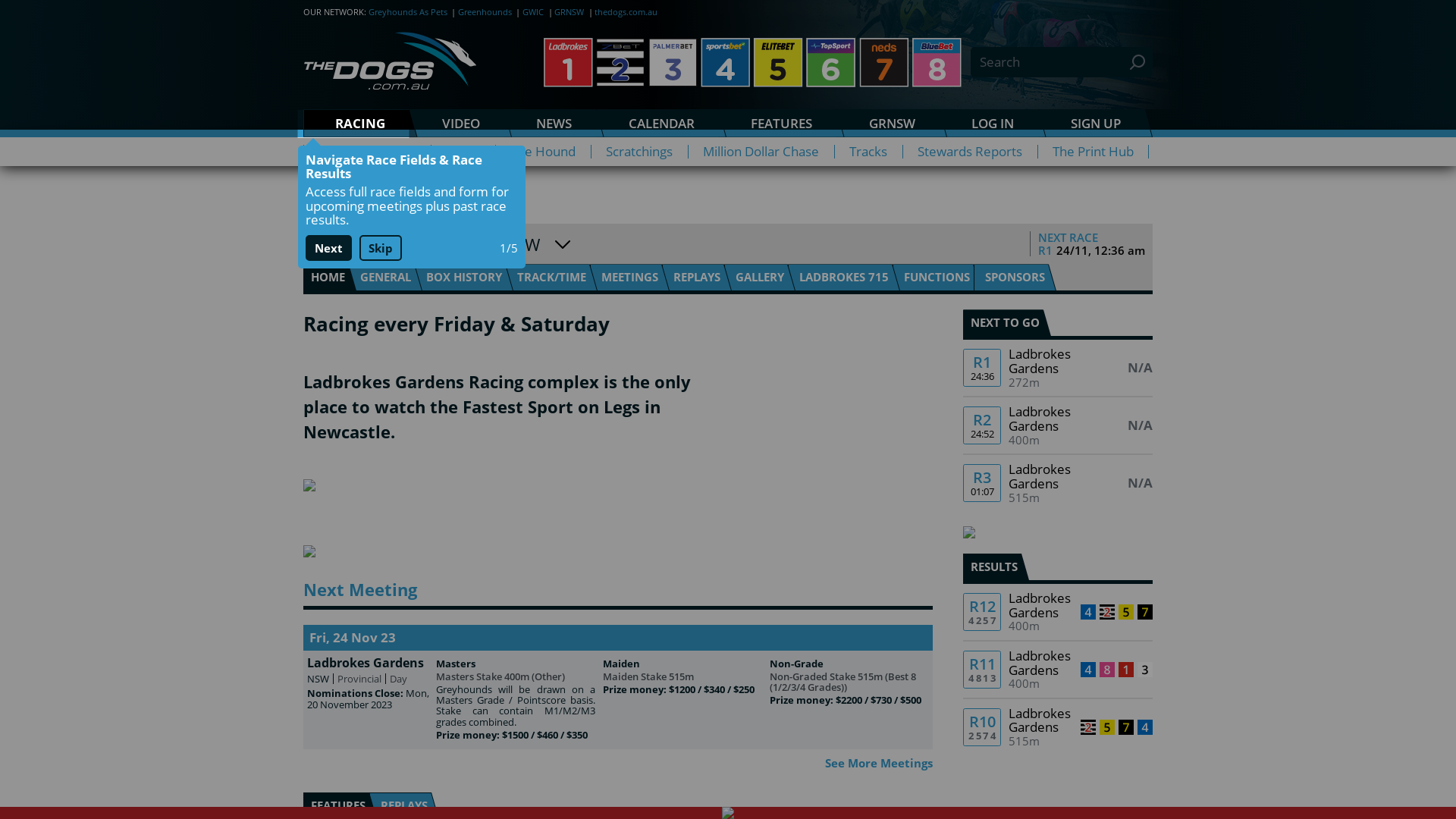 This screenshot has width=1456, height=819. I want to click on 'GENERAL', so click(385, 277).